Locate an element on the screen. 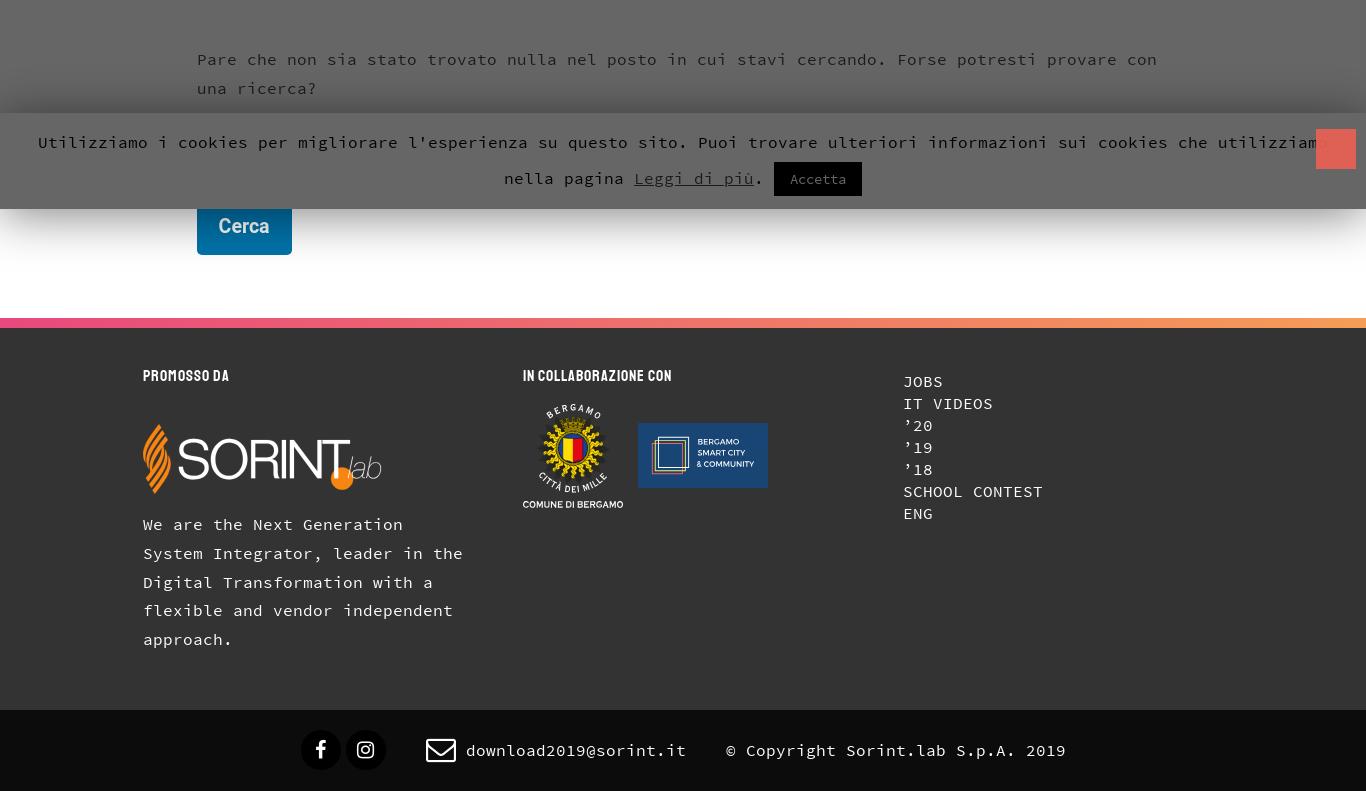 This screenshot has height=791, width=1366. '’18' is located at coordinates (916, 467).